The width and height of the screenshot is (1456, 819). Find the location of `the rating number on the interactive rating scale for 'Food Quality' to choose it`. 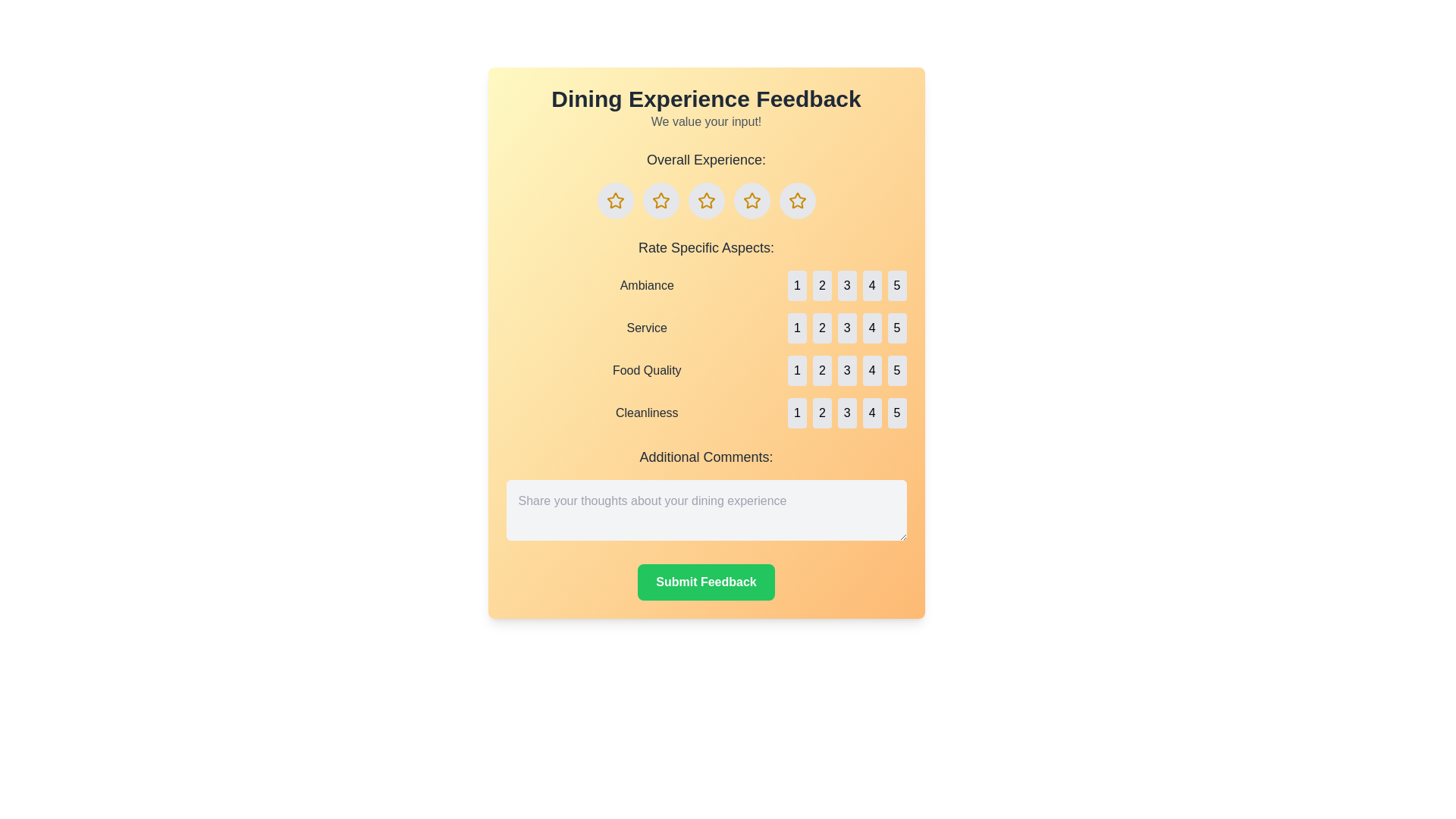

the rating number on the interactive rating scale for 'Food Quality' to choose it is located at coordinates (705, 371).